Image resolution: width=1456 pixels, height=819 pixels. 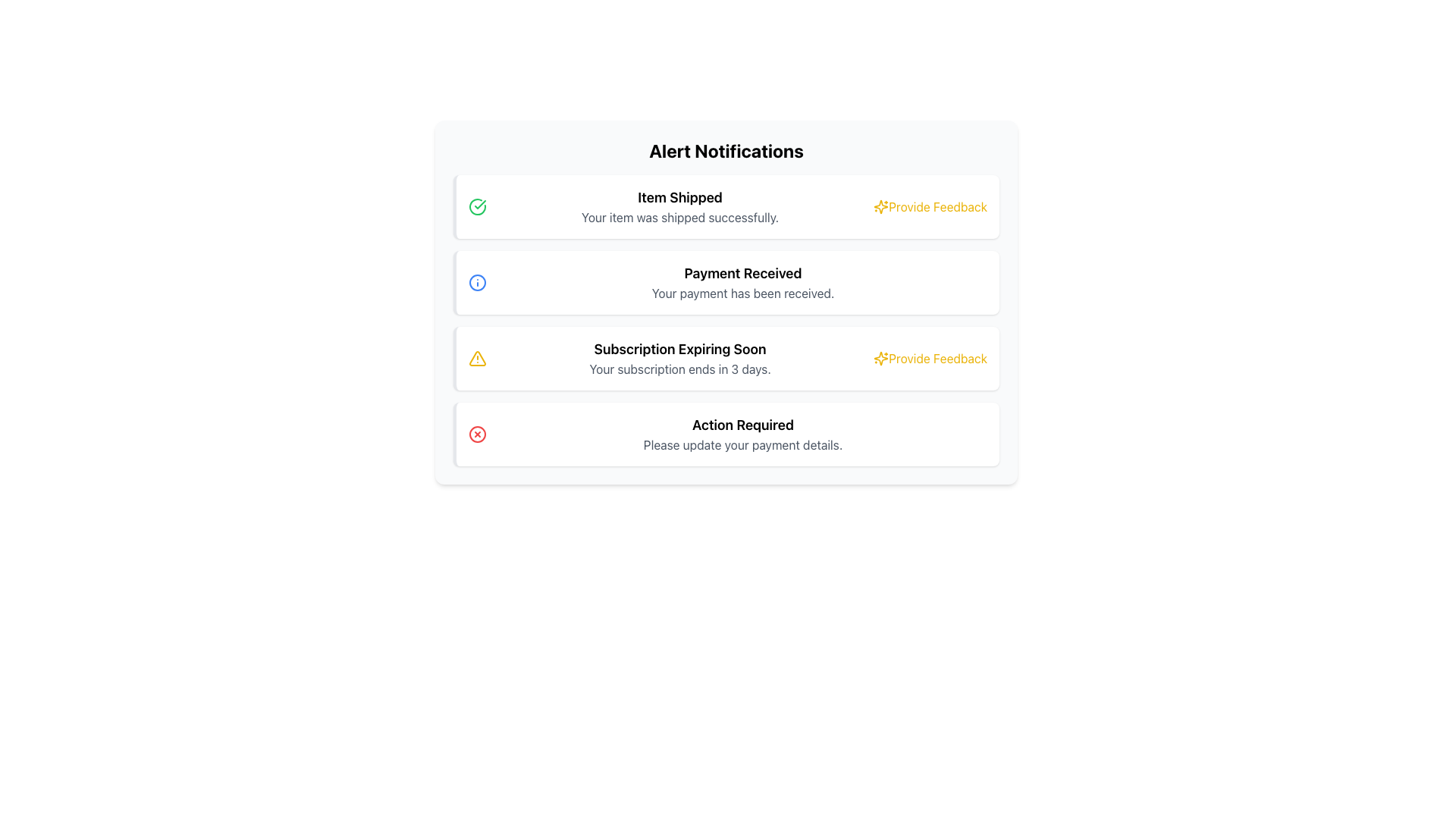 What do you see at coordinates (742, 435) in the screenshot?
I see `text message block at the bottommost notification panel, which contains 'Action Required' and 'Please update your payment details.'` at bounding box center [742, 435].